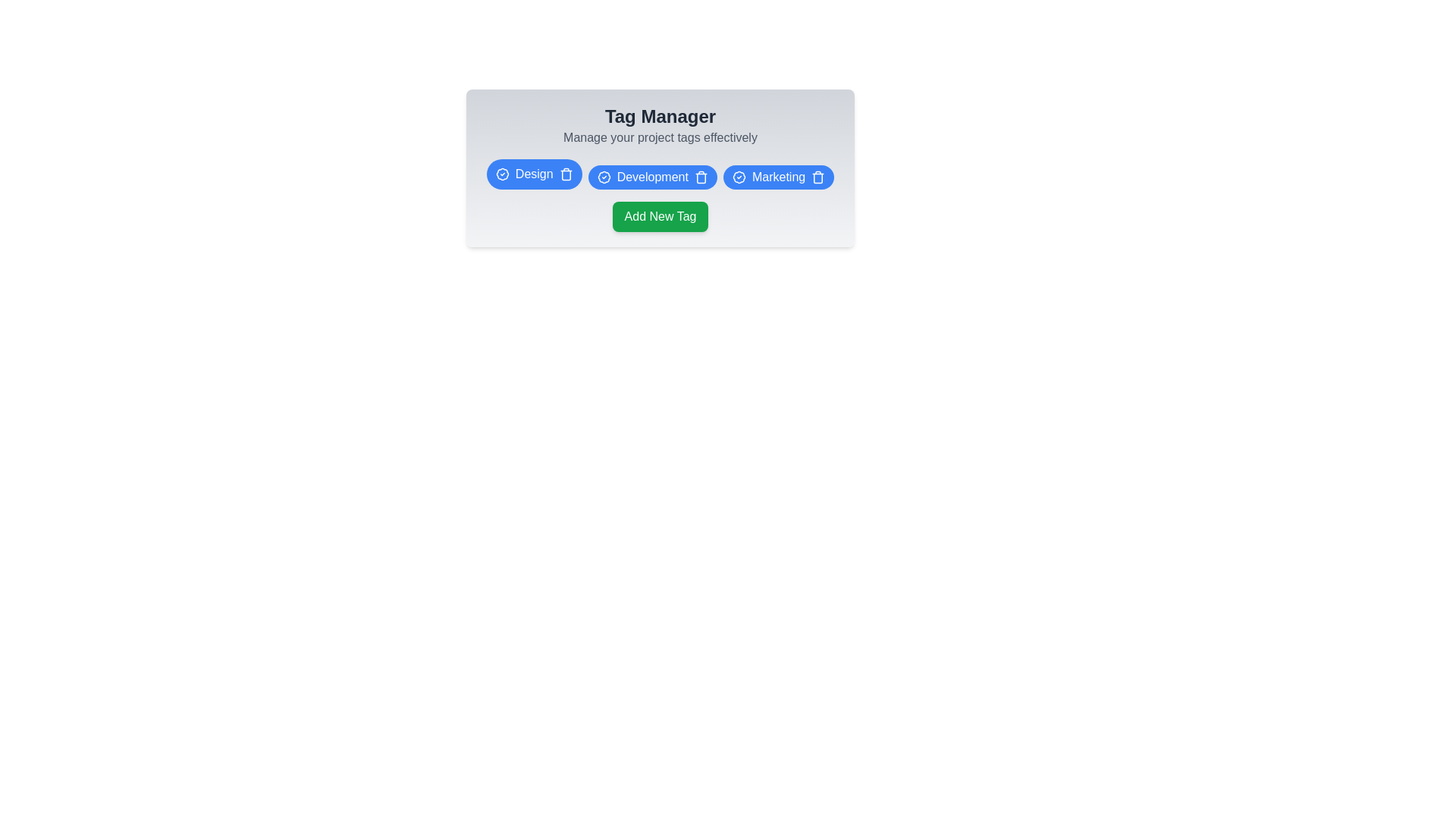  I want to click on the 'Add New Tag' button, so click(660, 216).